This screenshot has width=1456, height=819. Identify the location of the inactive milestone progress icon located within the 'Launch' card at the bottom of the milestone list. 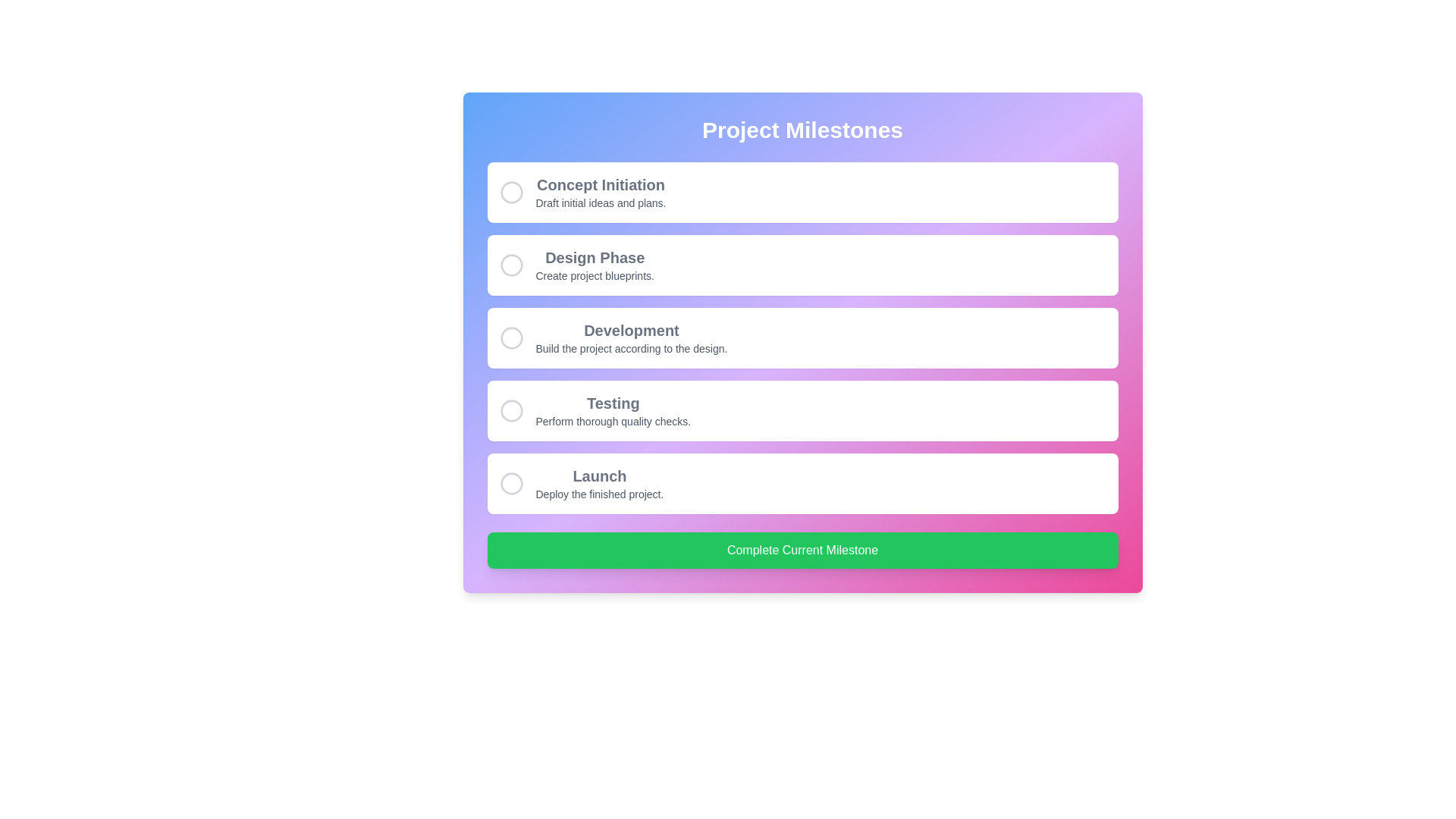
(511, 483).